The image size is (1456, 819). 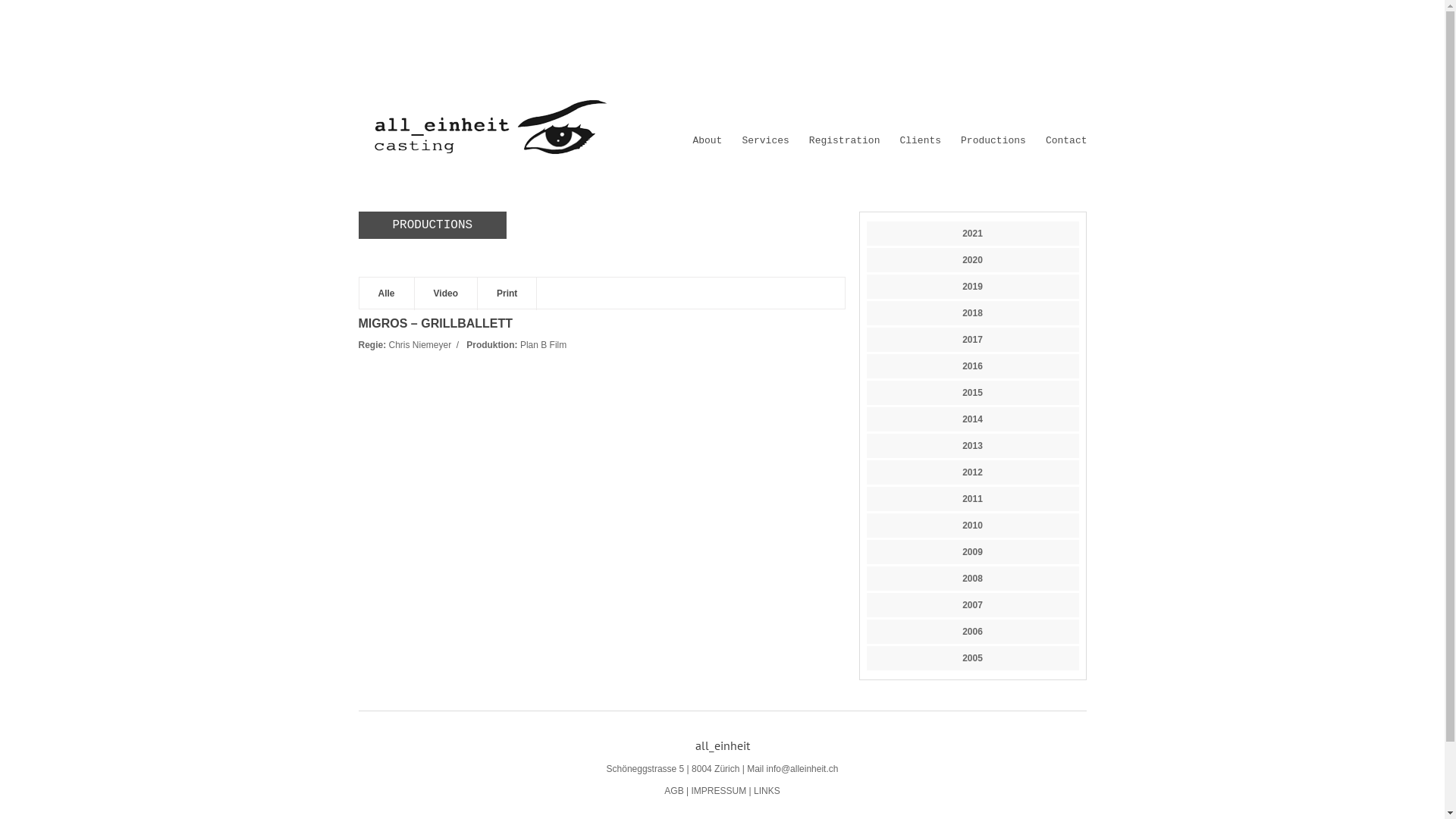 What do you see at coordinates (717, 789) in the screenshot?
I see `'IMPRESSUM'` at bounding box center [717, 789].